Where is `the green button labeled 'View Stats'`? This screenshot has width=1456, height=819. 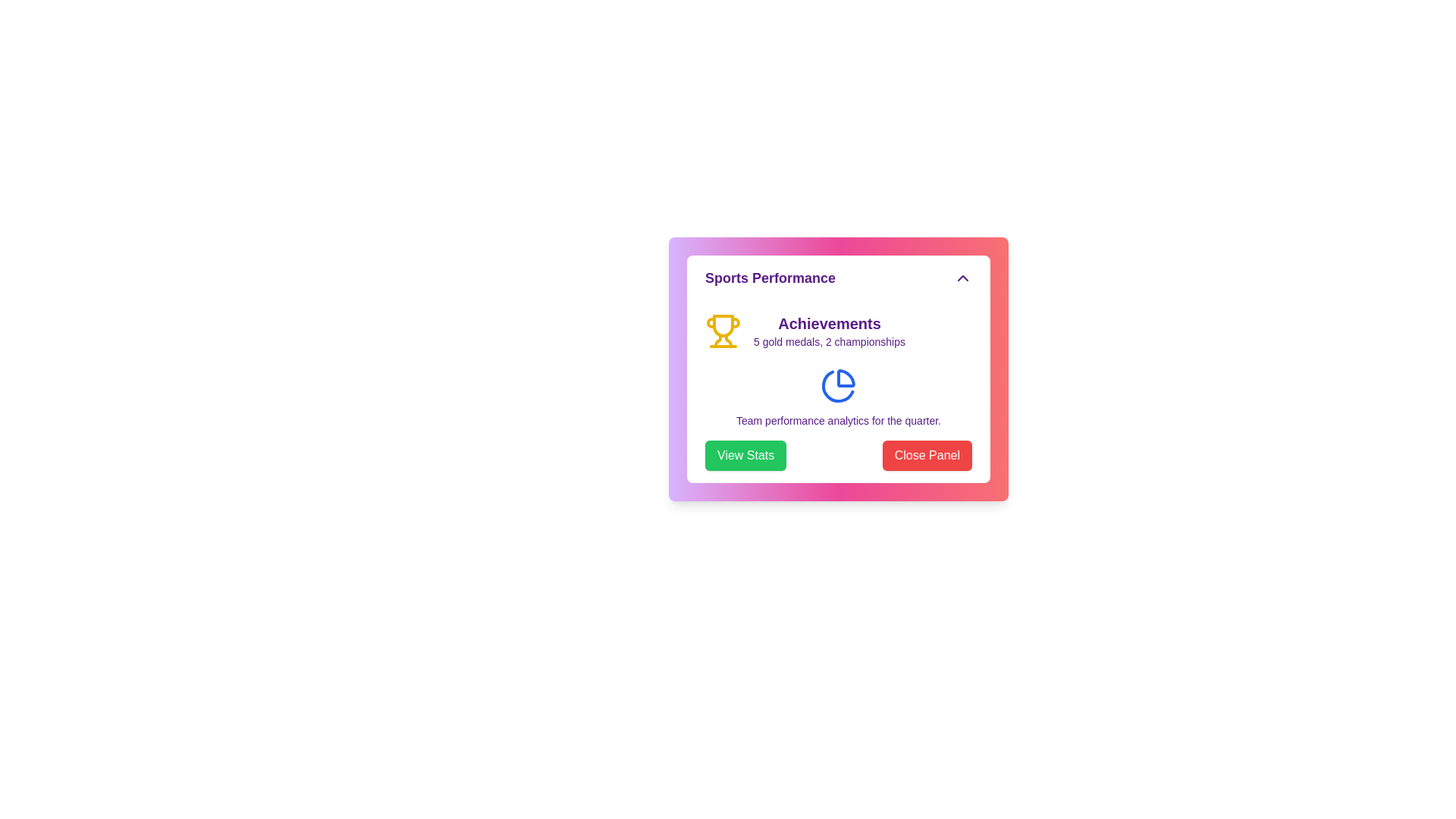
the green button labeled 'View Stats' is located at coordinates (745, 455).